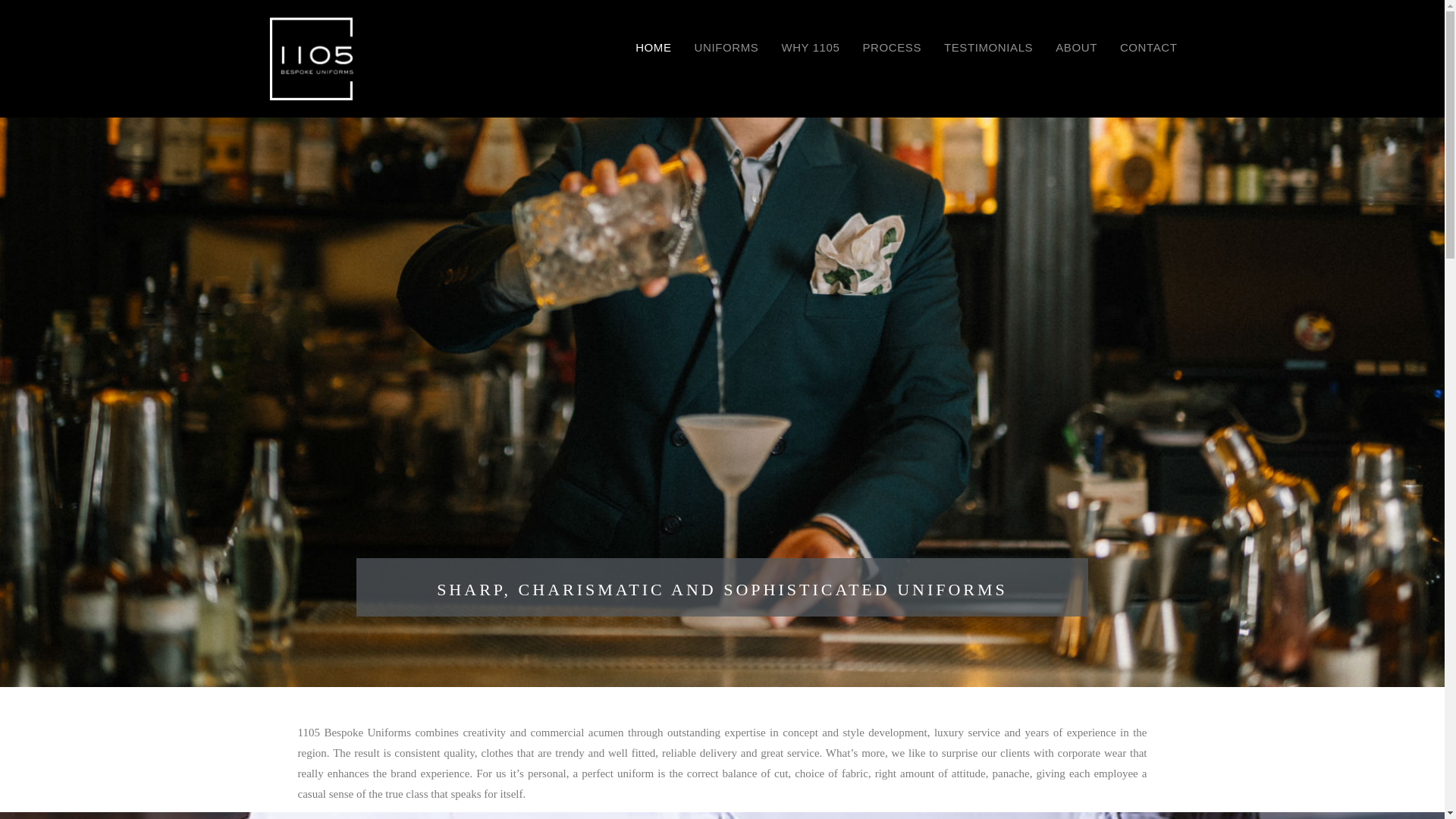 The height and width of the screenshot is (819, 1456). Describe the element at coordinates (653, 46) in the screenshot. I see `'HOME'` at that location.